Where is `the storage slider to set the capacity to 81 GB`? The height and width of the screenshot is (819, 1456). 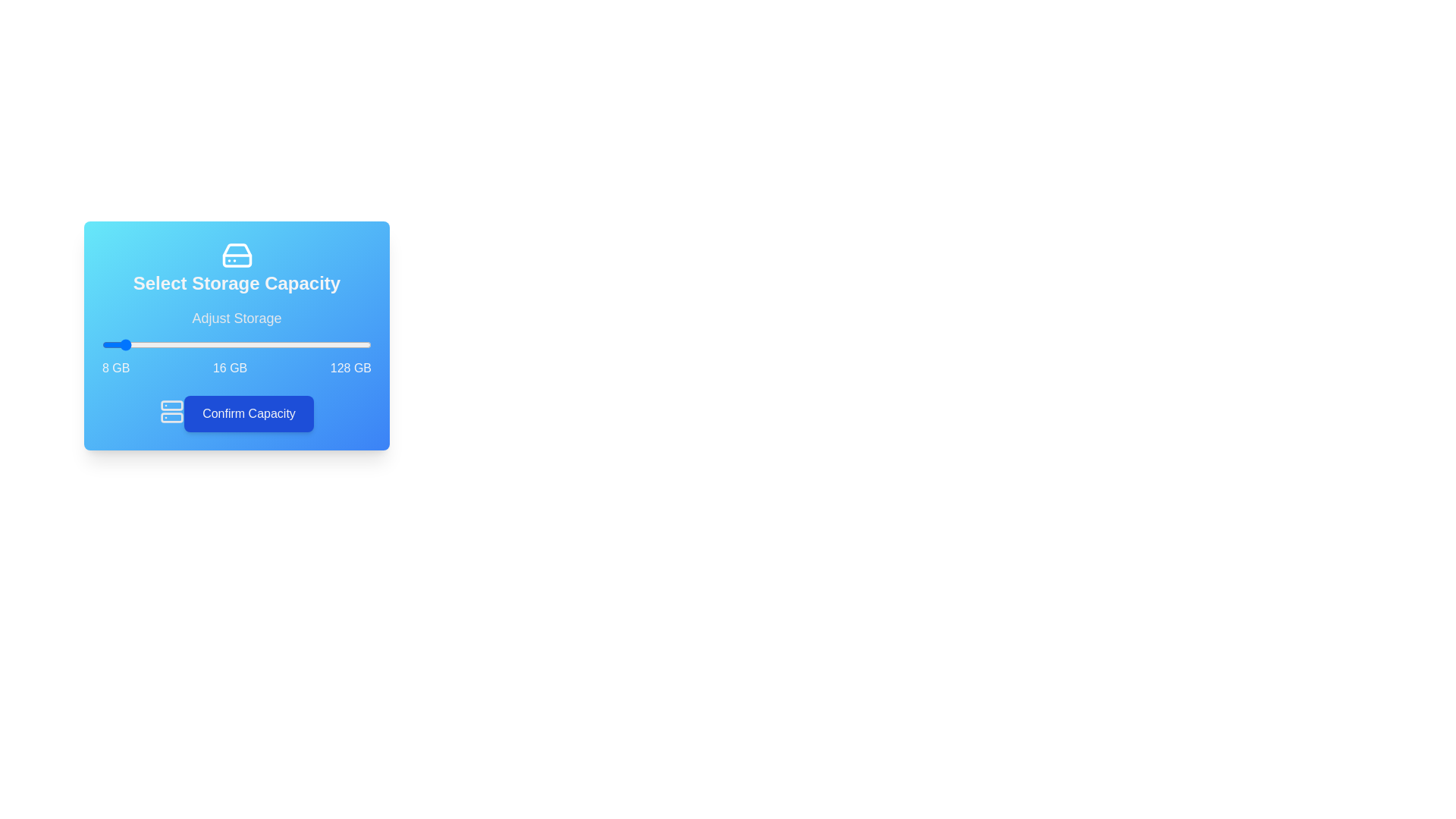 the storage slider to set the capacity to 81 GB is located at coordinates (265, 345).